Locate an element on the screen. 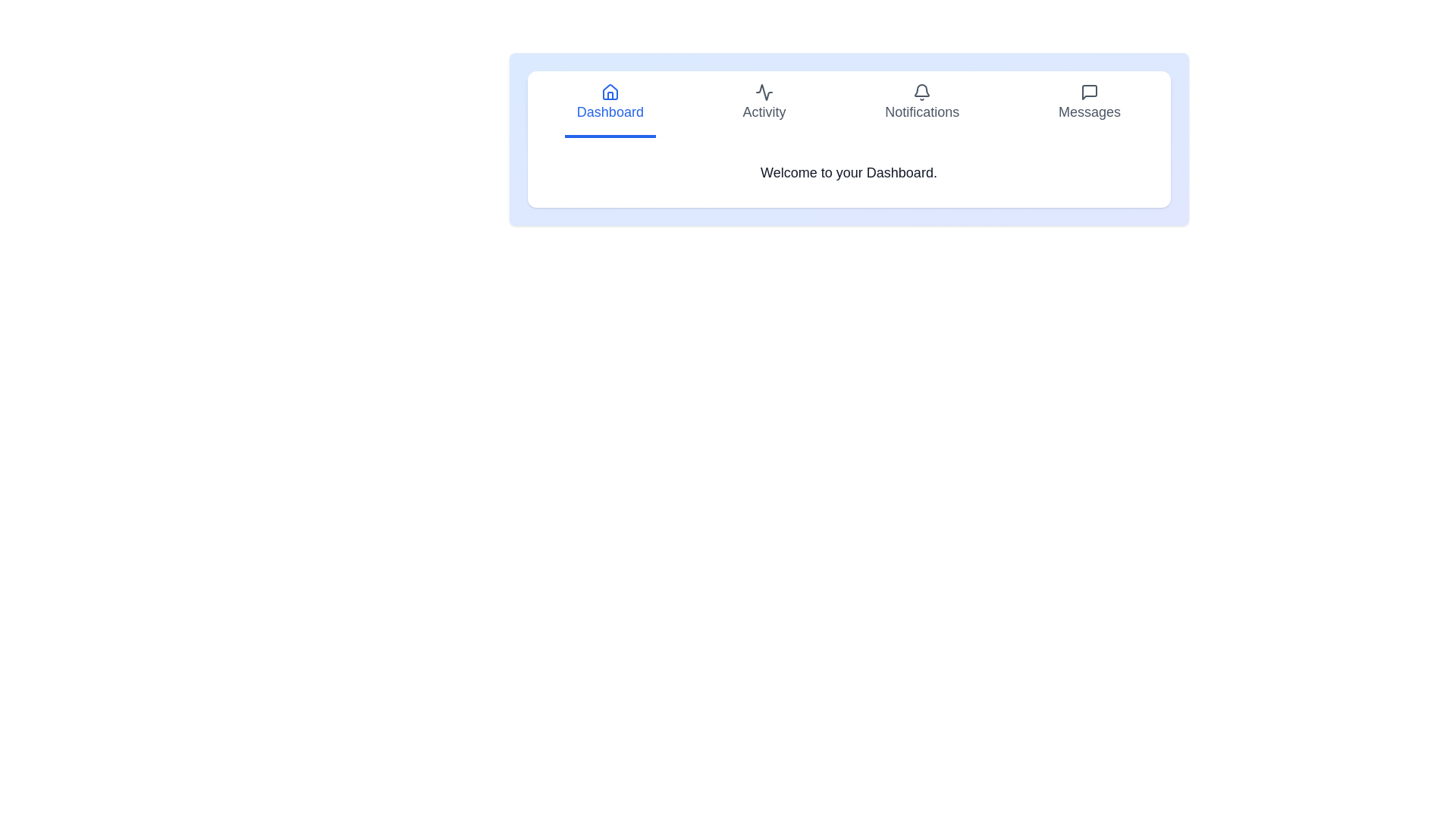  the tab labeled Notifications is located at coordinates (921, 104).